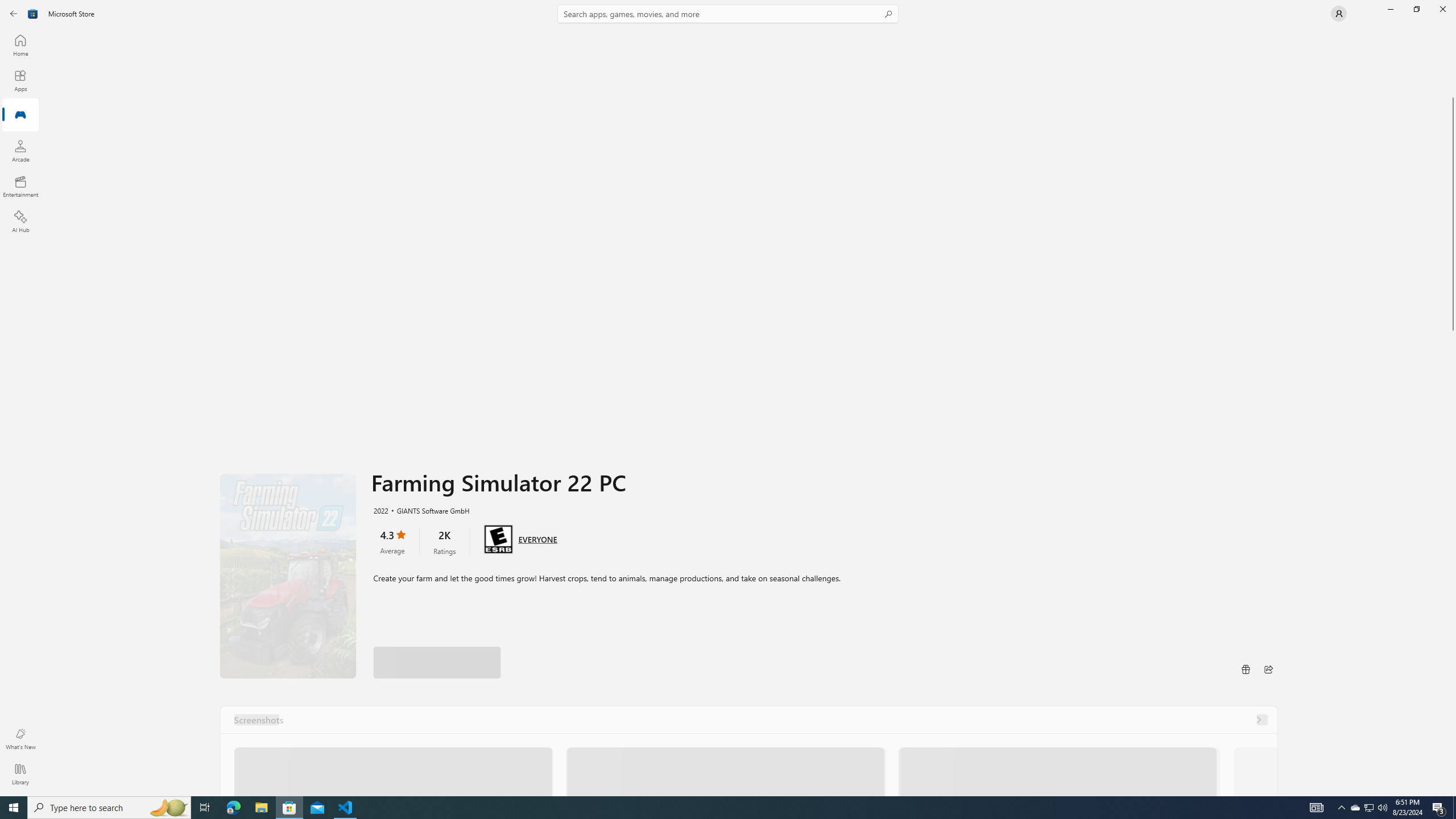 The width and height of the screenshot is (1456, 819). What do you see at coordinates (1451, 31) in the screenshot?
I see `'Vertical Small Decrease'` at bounding box center [1451, 31].